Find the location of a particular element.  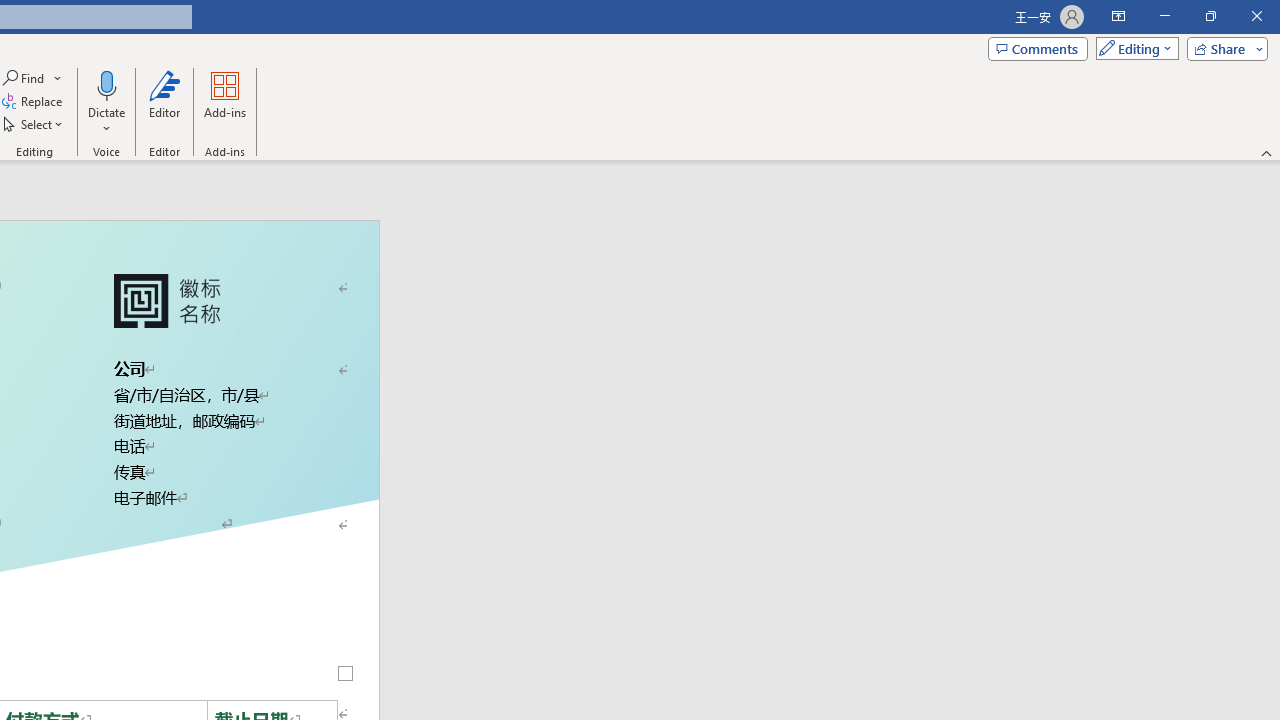

'Editor' is located at coordinates (164, 103).